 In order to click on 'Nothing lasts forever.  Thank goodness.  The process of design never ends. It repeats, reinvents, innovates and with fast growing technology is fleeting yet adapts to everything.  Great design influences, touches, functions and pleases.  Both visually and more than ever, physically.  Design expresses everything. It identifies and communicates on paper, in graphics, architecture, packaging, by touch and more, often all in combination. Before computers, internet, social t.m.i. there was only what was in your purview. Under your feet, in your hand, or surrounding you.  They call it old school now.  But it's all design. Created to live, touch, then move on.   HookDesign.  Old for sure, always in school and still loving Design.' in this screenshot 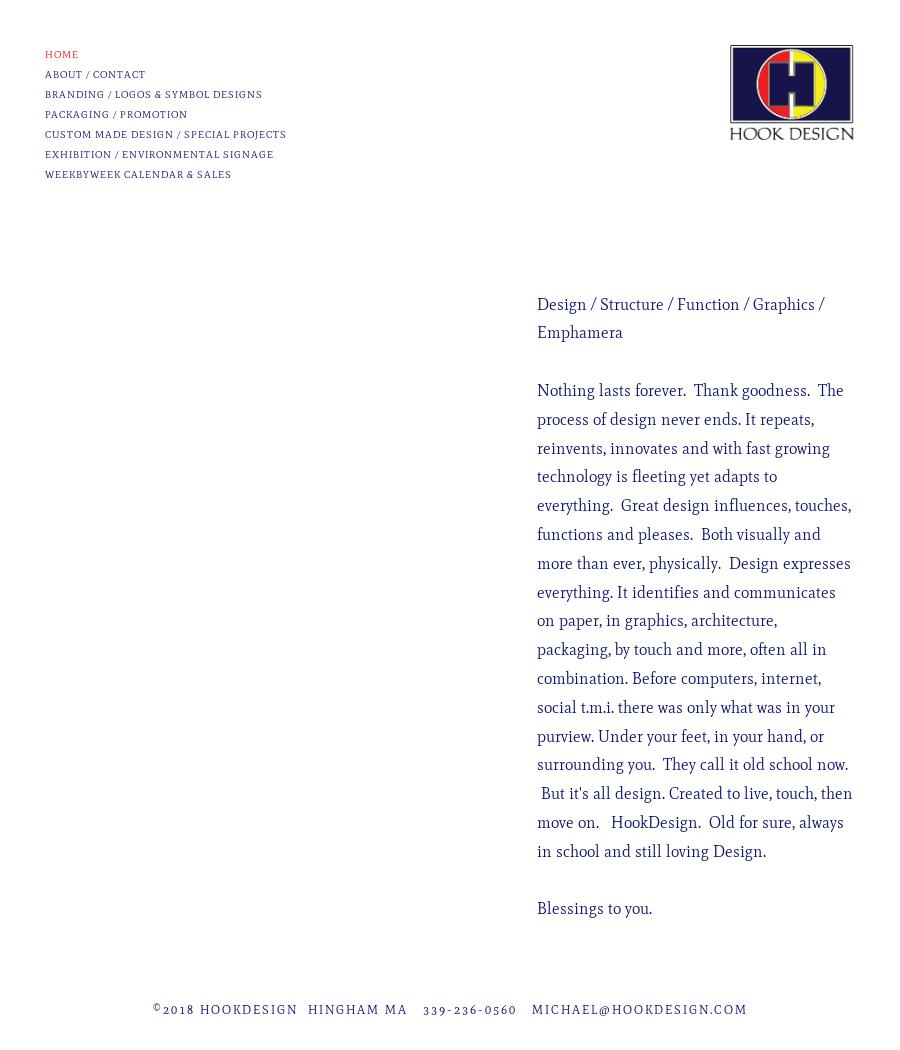, I will do `click(693, 620)`.